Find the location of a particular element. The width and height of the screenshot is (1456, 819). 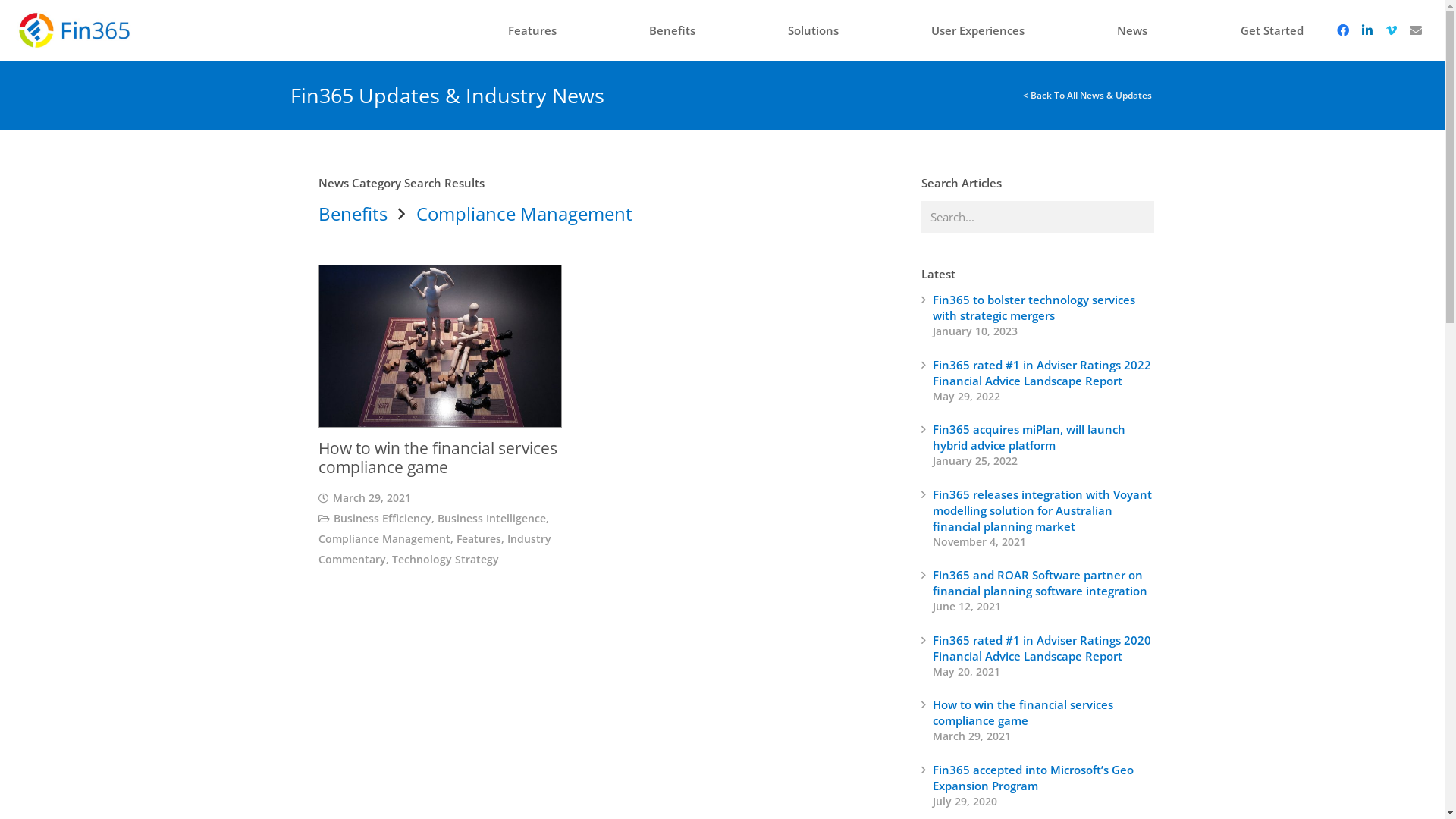

'Compliance Management' is located at coordinates (524, 213).